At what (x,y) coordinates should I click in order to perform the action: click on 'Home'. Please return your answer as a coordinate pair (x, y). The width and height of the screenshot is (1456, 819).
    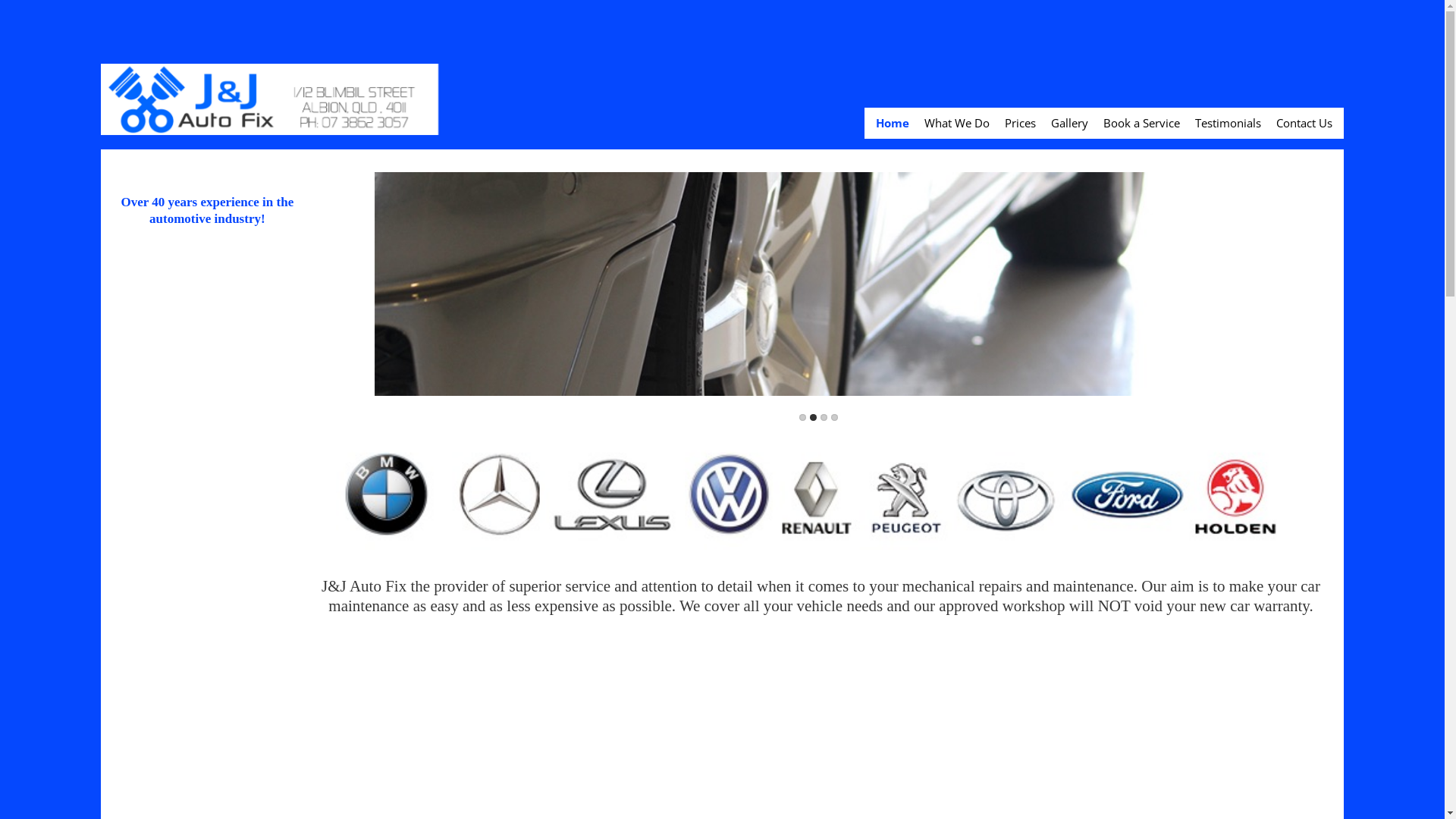
    Looking at the image, I should click on (892, 122).